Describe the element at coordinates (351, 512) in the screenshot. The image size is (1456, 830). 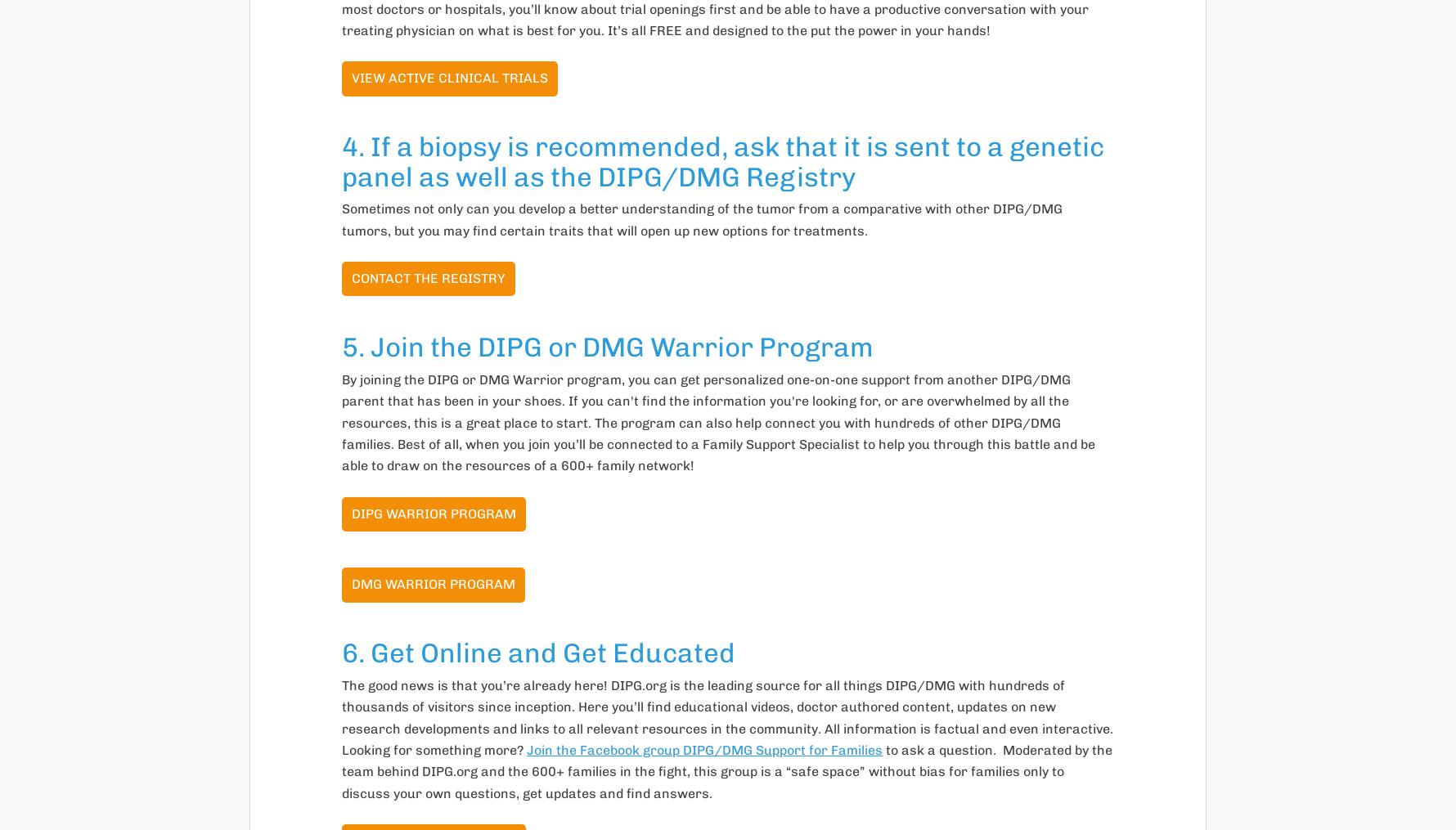
I see `'DIPG Warrior Program'` at that location.